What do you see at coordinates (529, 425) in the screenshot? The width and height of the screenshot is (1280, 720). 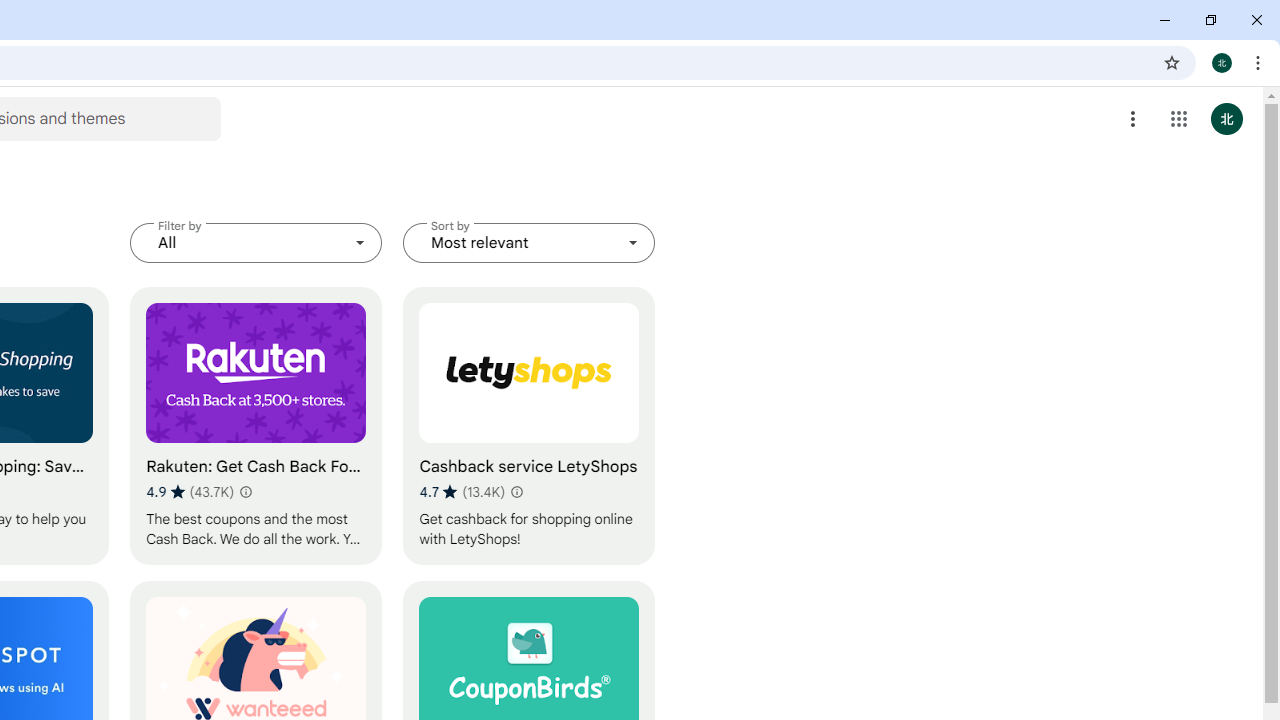 I see `'Cashback service LetyShops'` at bounding box center [529, 425].